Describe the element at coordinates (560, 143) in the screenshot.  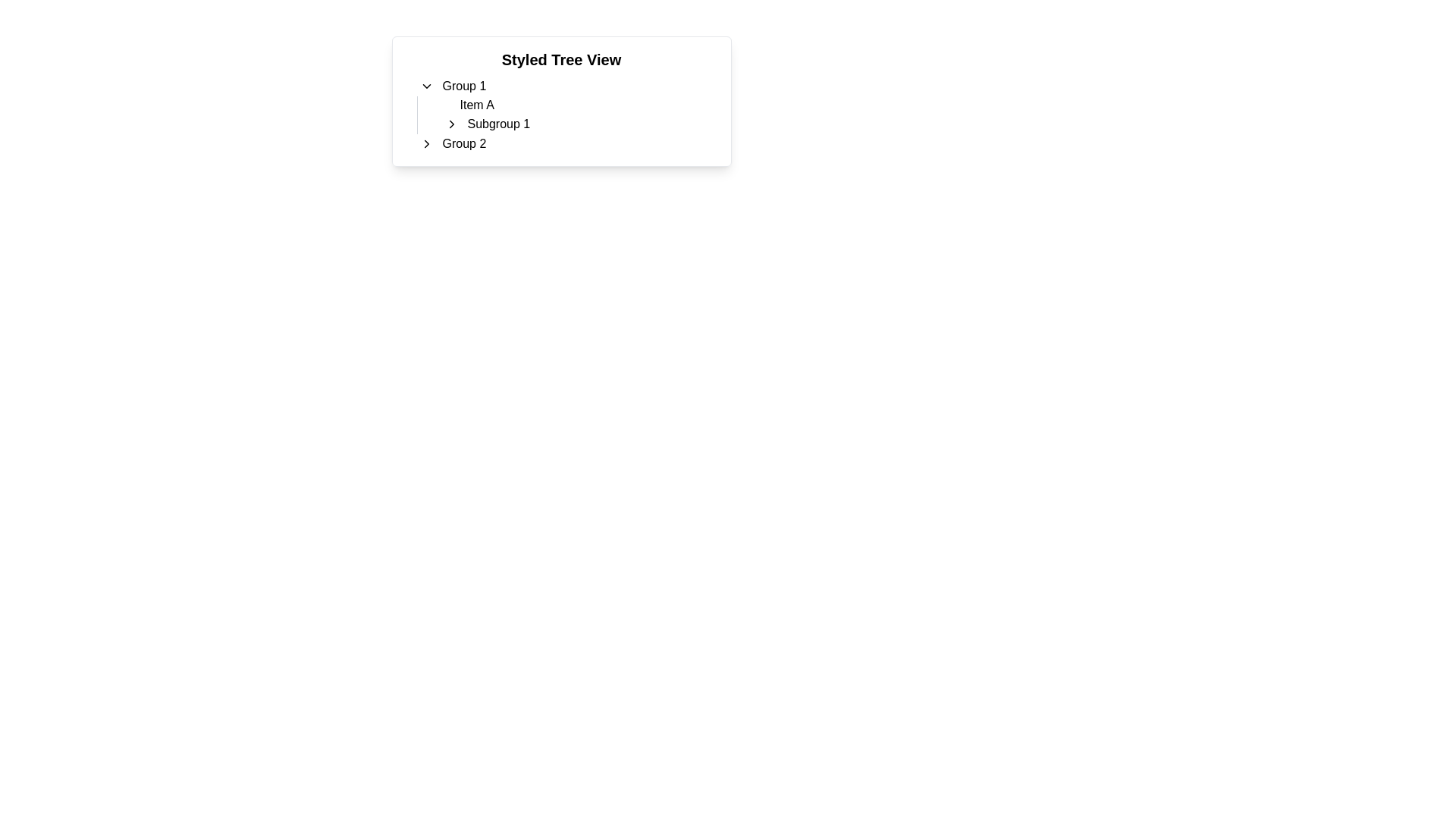
I see `the Tree view node labeled 'Group 2', which is visually distinct as the last item in the displayed tree view` at that location.